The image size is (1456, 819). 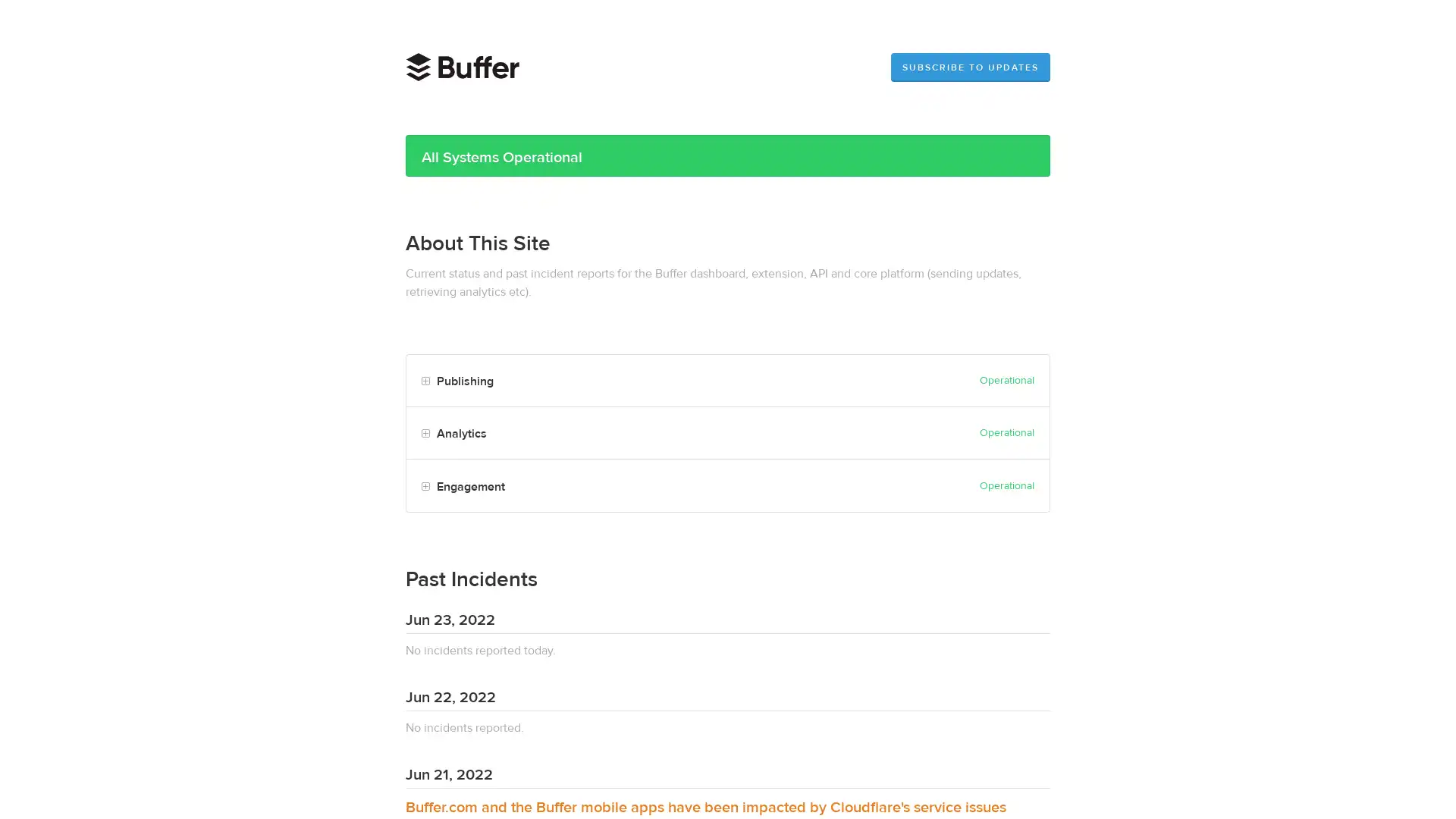 What do you see at coordinates (425, 486) in the screenshot?
I see `Toggle Engagement` at bounding box center [425, 486].